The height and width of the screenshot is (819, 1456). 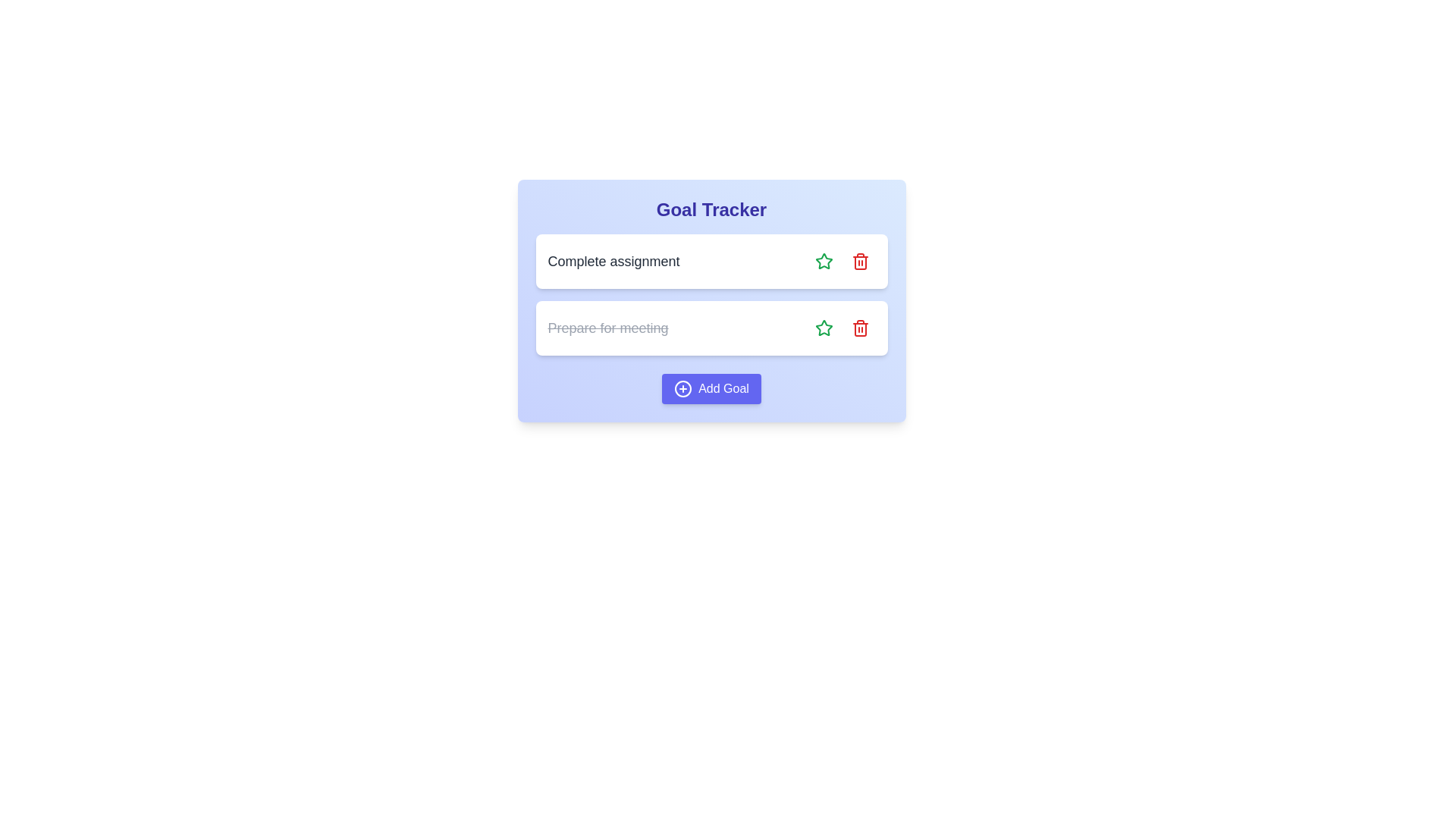 I want to click on or tab to the outlined green star icon button located immediately to the right of the text 'Prepare for meeting' in the second row of the goal list for keyboard accessibility, so click(x=823, y=327).